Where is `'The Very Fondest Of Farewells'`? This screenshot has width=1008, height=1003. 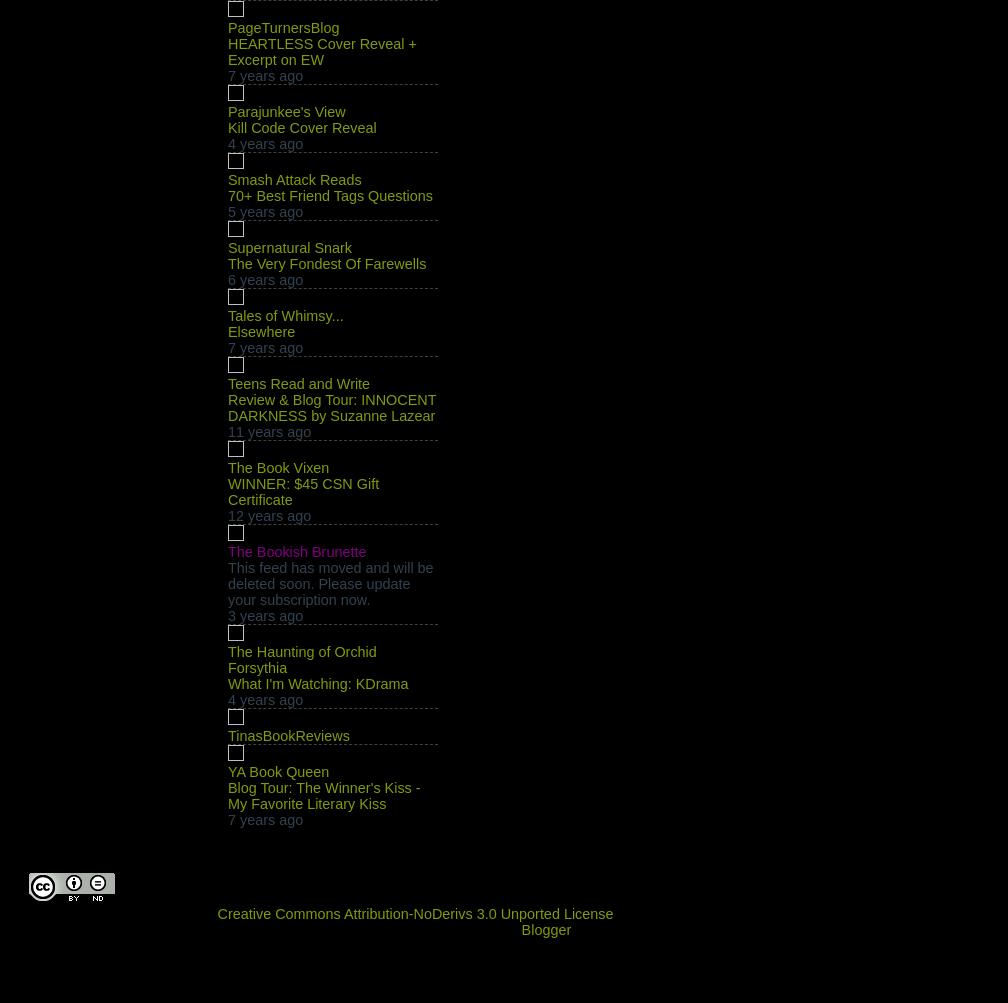
'The Very Fondest Of Farewells' is located at coordinates (326, 263).